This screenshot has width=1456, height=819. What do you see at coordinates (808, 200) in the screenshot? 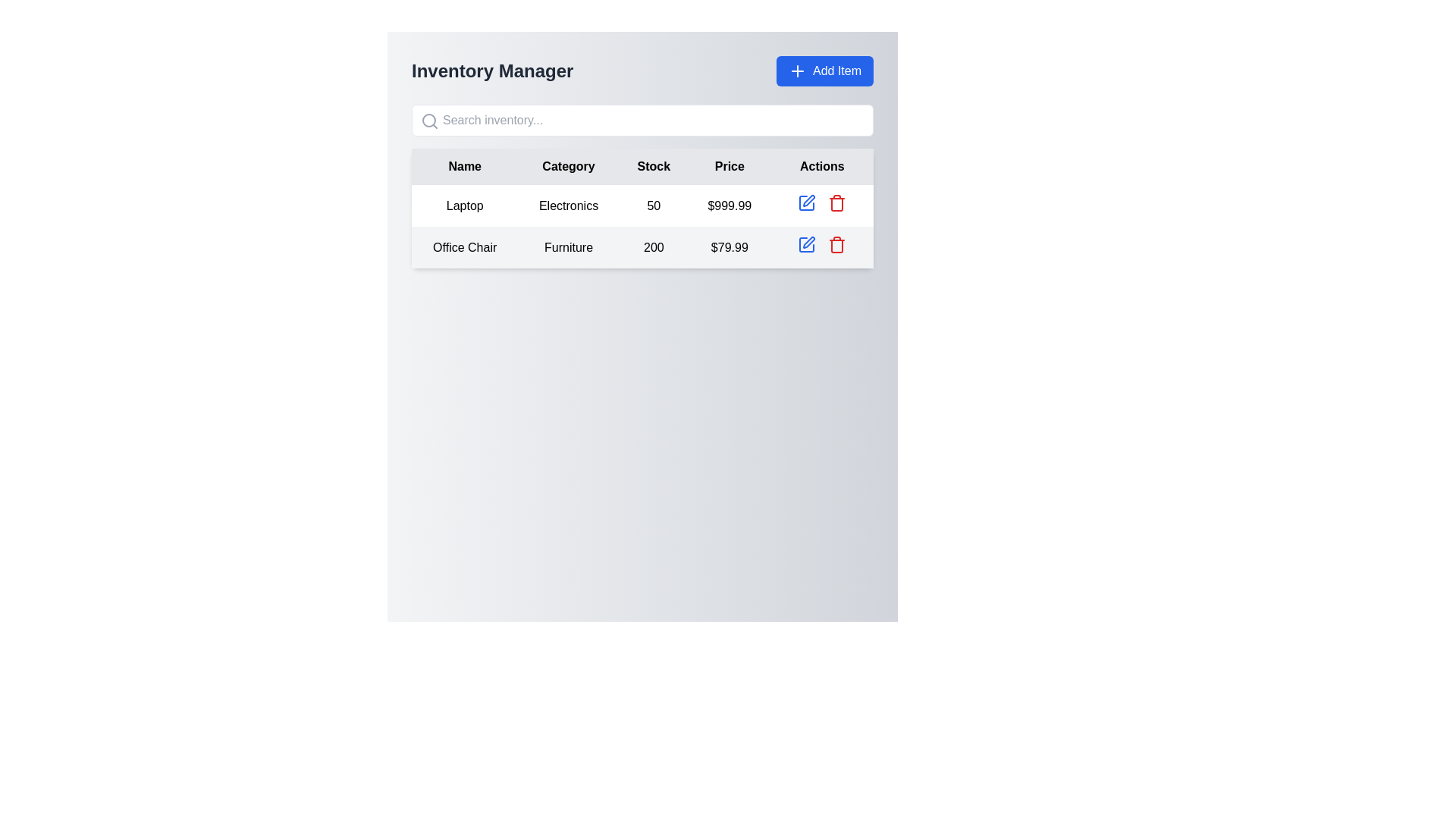
I see `the edit icon button located in the 'Actions' column of the second row for the 'Office Chair' entry to initiate the edit action` at bounding box center [808, 200].